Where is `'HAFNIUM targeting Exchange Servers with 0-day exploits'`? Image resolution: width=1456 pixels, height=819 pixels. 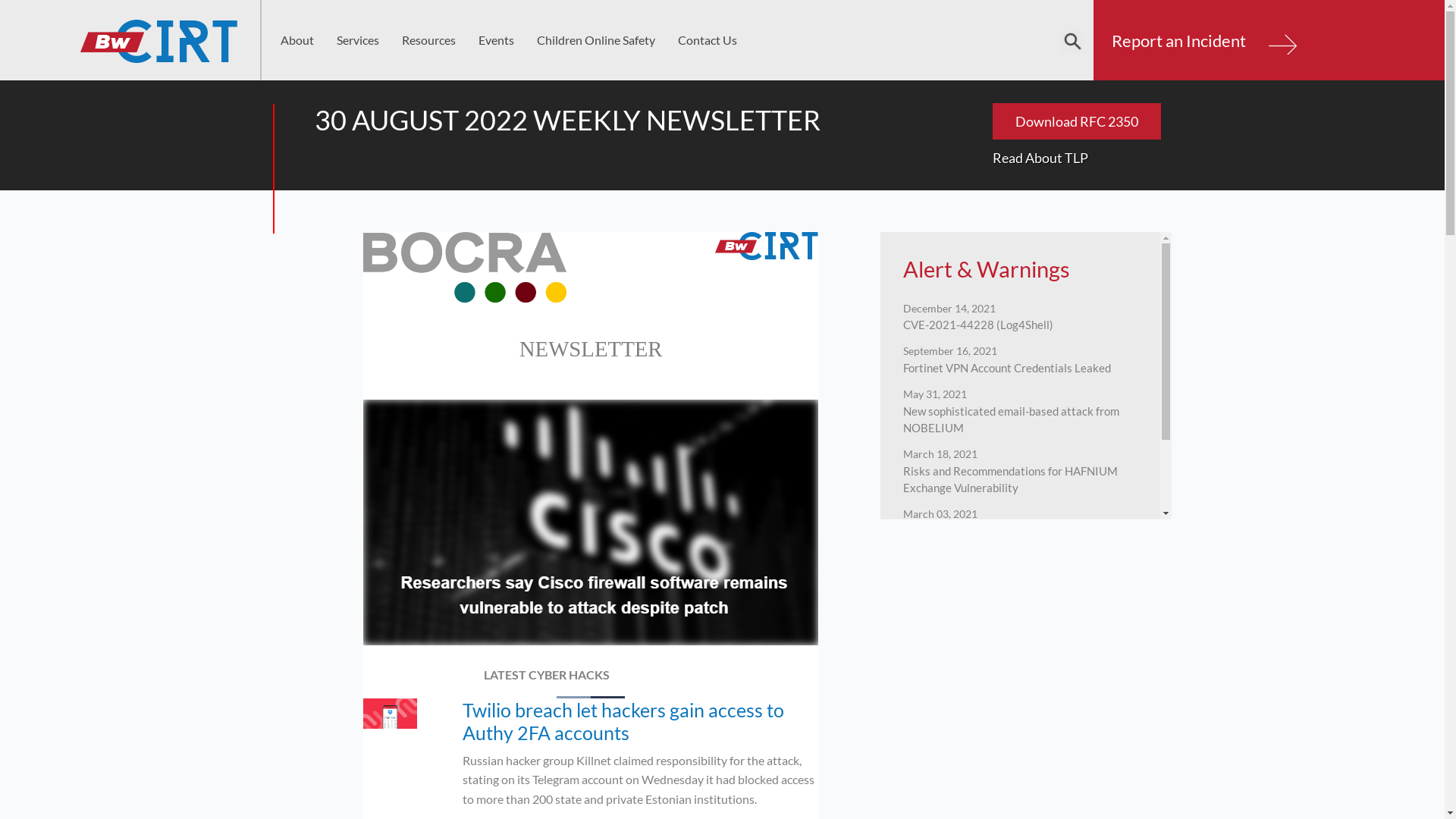 'HAFNIUM targeting Exchange Servers with 0-day exploits' is located at coordinates (1018, 535).